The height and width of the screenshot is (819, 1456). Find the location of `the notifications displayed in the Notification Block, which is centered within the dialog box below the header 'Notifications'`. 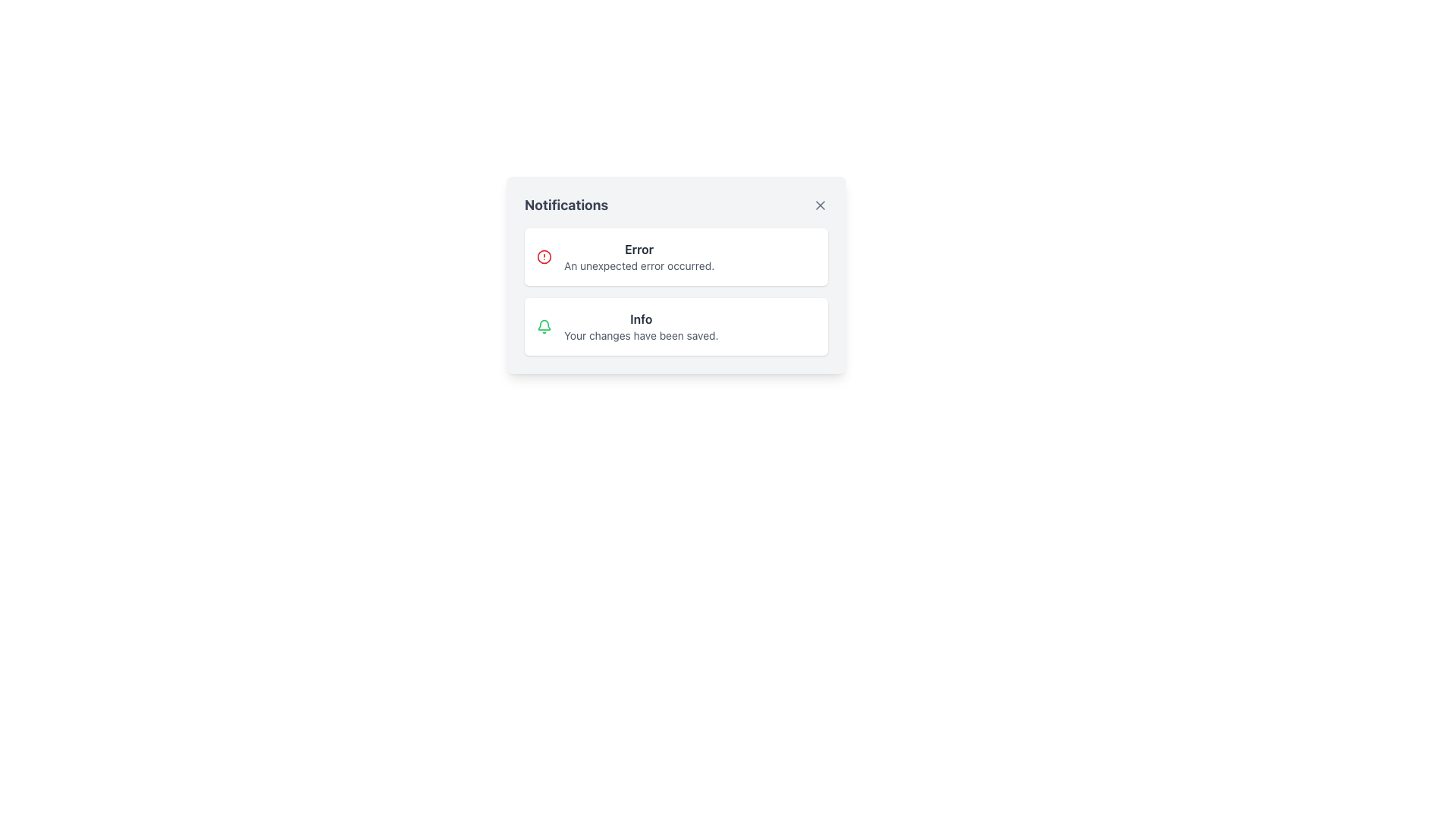

the notifications displayed in the Notification Block, which is centered within the dialog box below the header 'Notifications' is located at coordinates (676, 292).